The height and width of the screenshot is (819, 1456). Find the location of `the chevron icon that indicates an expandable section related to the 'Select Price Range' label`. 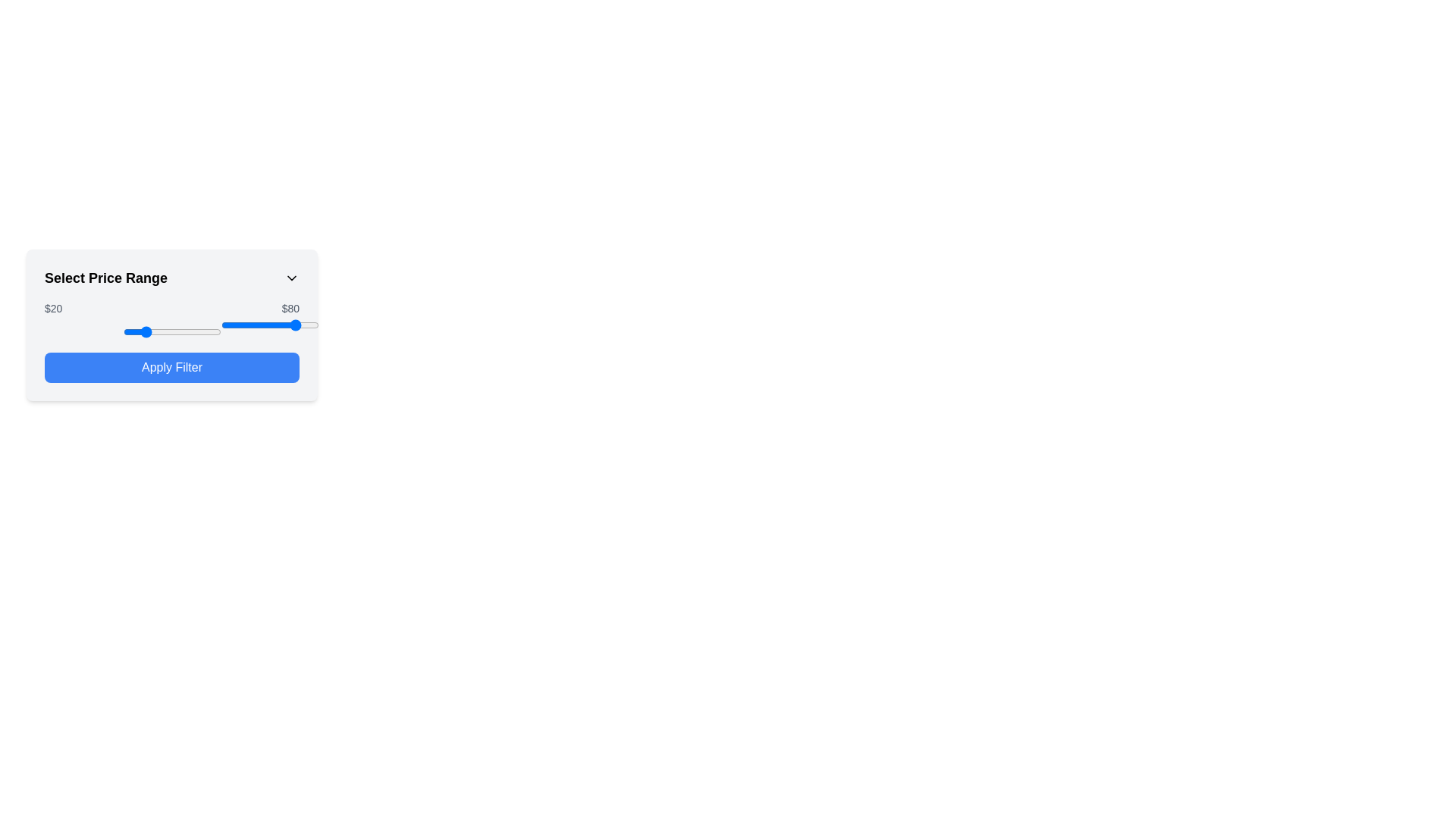

the chevron icon that indicates an expandable section related to the 'Select Price Range' label is located at coordinates (291, 278).